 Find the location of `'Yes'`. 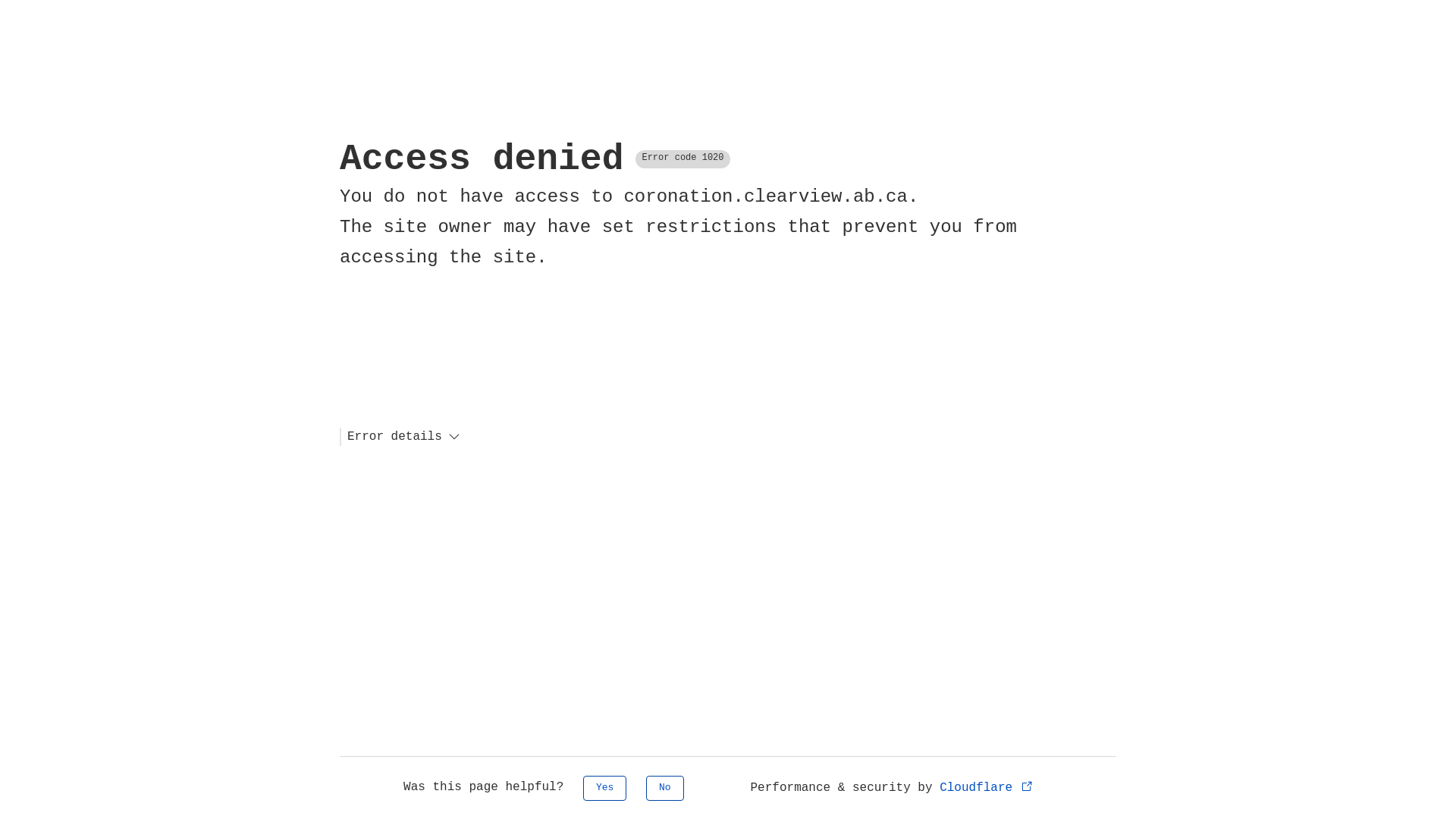

'Yes' is located at coordinates (604, 787).